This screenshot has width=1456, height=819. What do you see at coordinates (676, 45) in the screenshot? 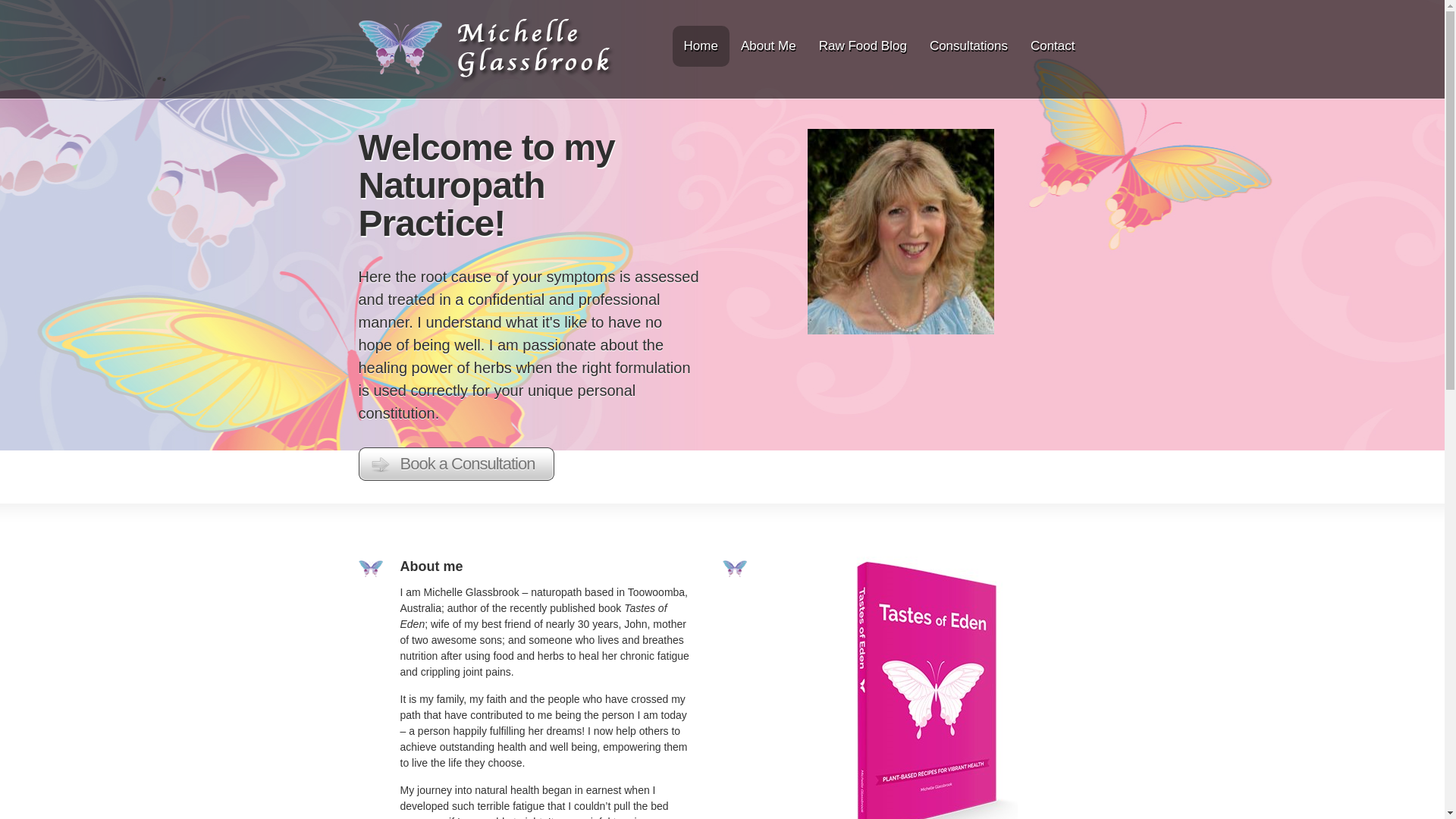
I see `'Home'` at bounding box center [676, 45].